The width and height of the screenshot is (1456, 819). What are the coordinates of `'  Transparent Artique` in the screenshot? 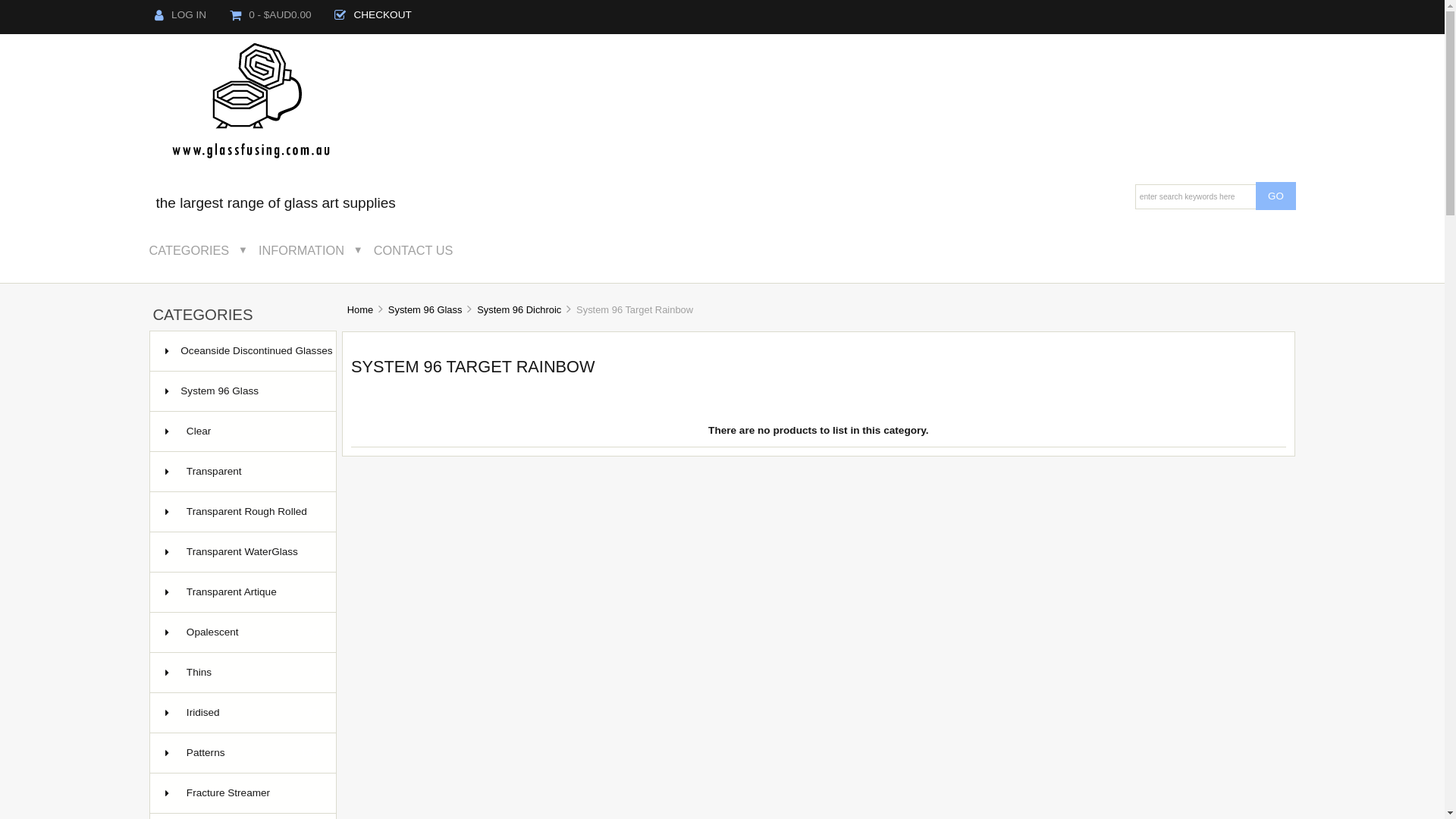 It's located at (243, 591).